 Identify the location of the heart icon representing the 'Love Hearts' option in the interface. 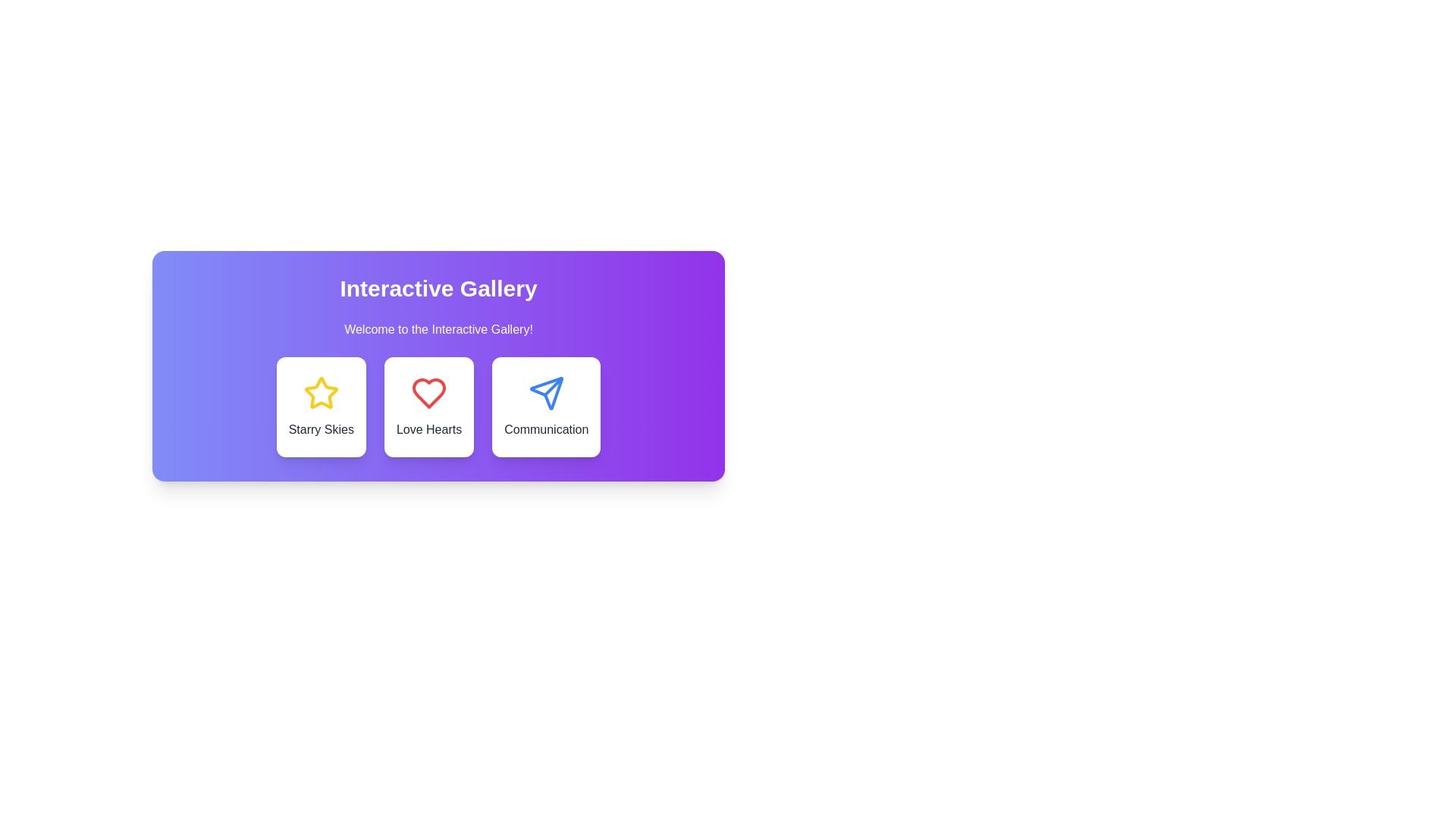
(428, 393).